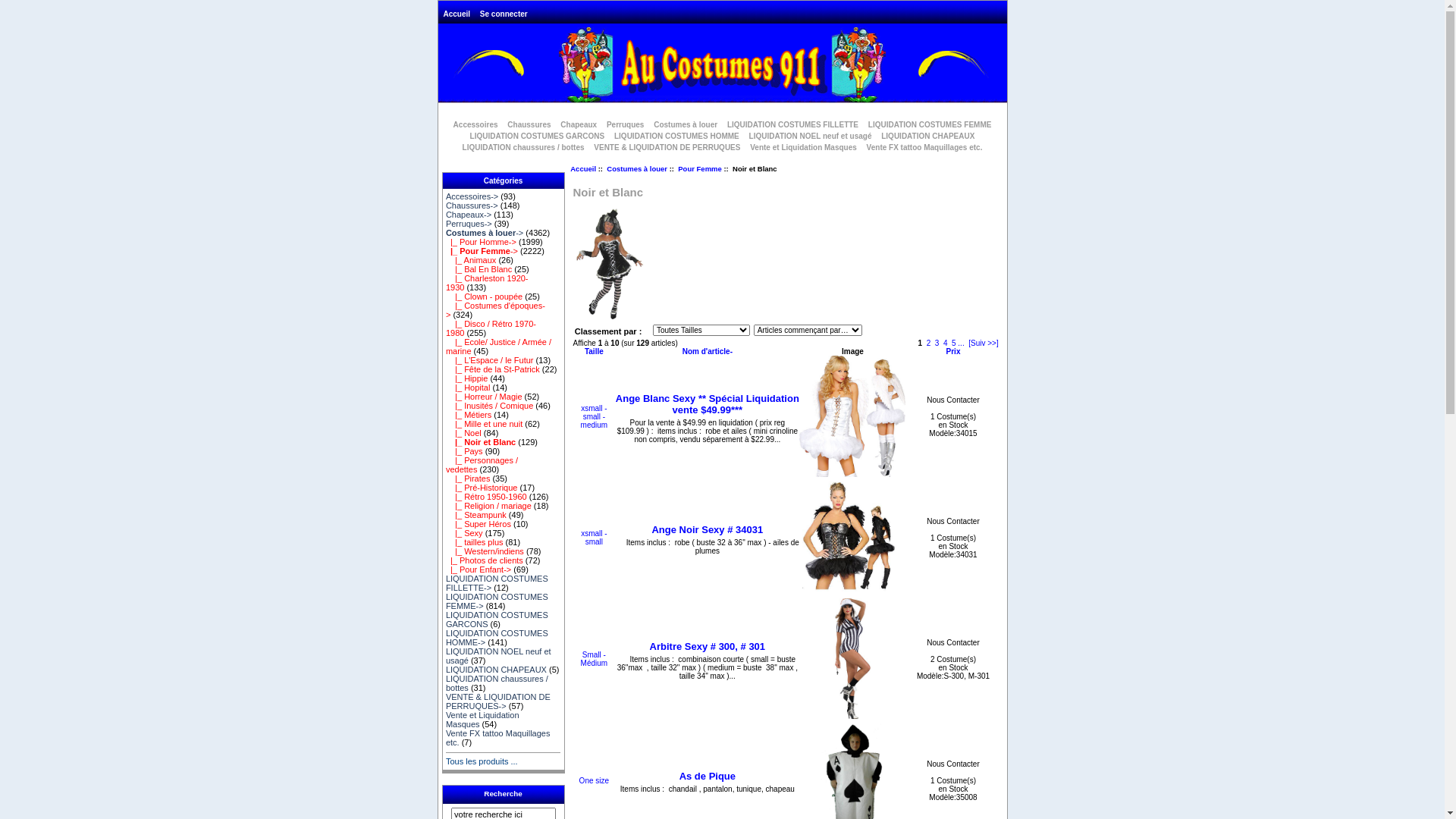  Describe the element at coordinates (445, 441) in the screenshot. I see `'    |_ Noir et Blanc'` at that location.